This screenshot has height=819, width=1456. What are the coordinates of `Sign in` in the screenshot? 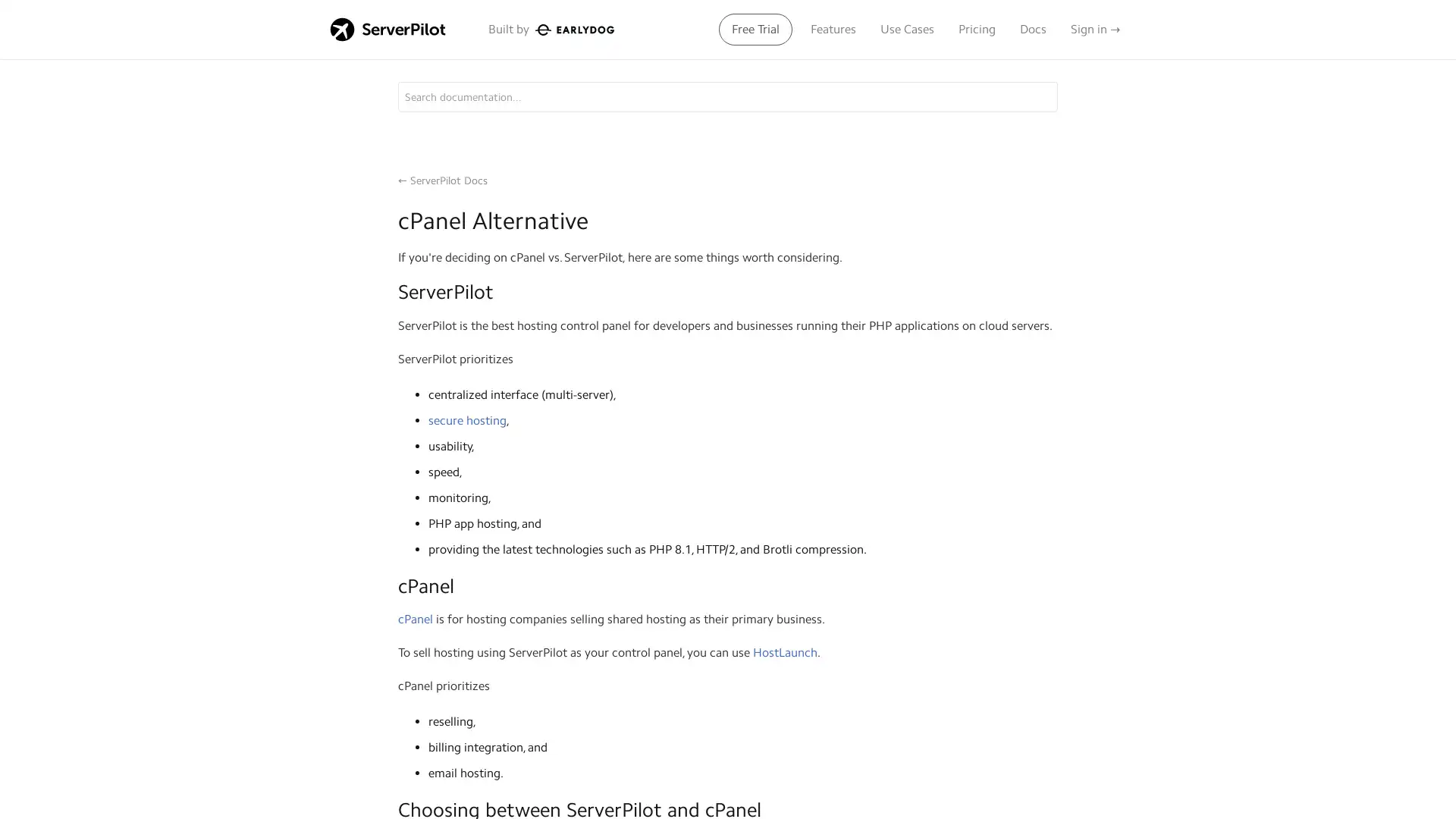 It's located at (1095, 29).